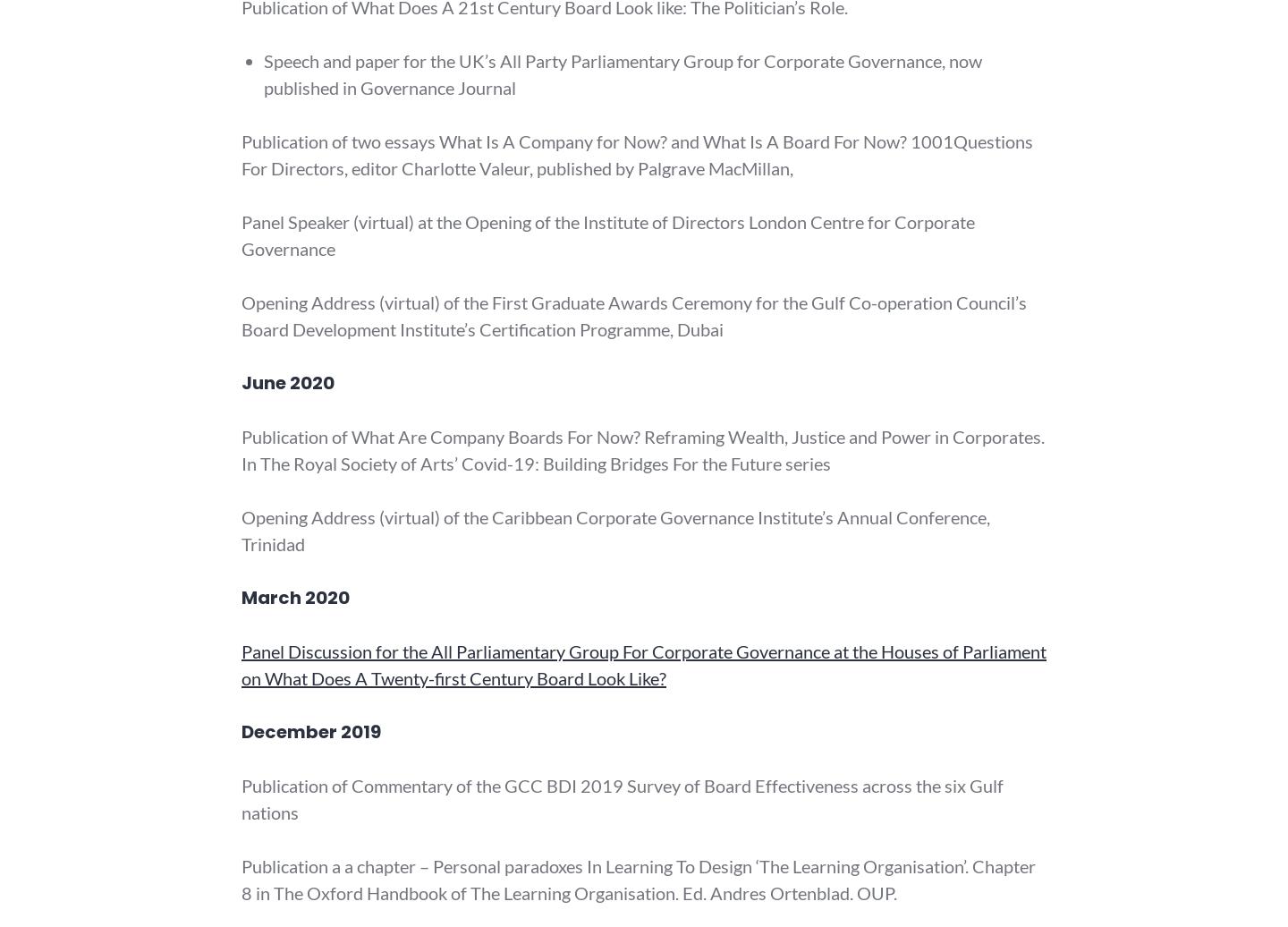 This screenshot has width=1288, height=927. Describe the element at coordinates (311, 732) in the screenshot. I see `'December 2019'` at that location.